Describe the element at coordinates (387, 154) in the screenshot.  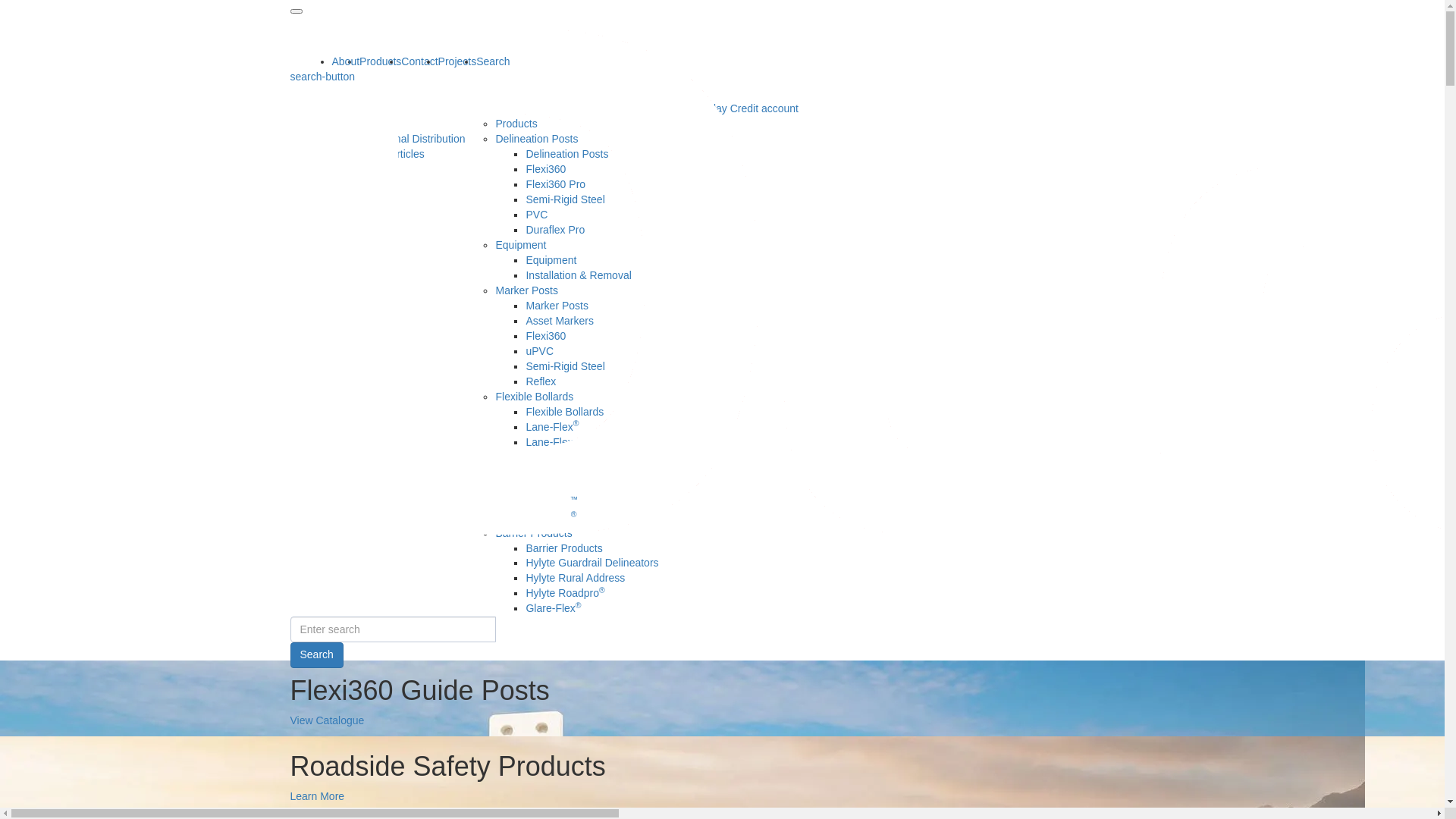
I see `'News & Articles'` at that location.